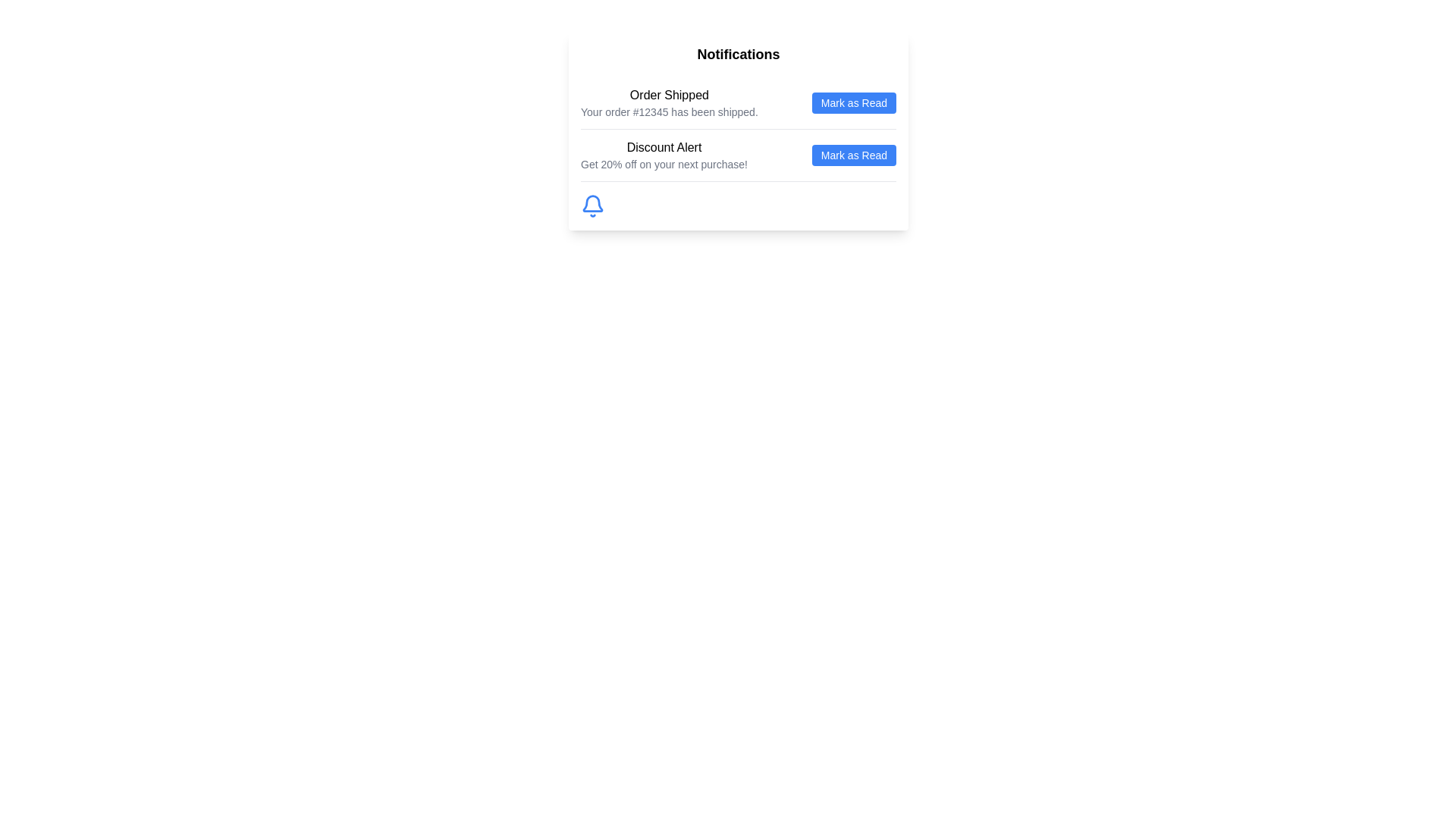 This screenshot has width=1456, height=819. What do you see at coordinates (668, 96) in the screenshot?
I see `the 'Order Shipped' text label, which is a prominent header styled in bold black color, located at the top of the notification card` at bounding box center [668, 96].